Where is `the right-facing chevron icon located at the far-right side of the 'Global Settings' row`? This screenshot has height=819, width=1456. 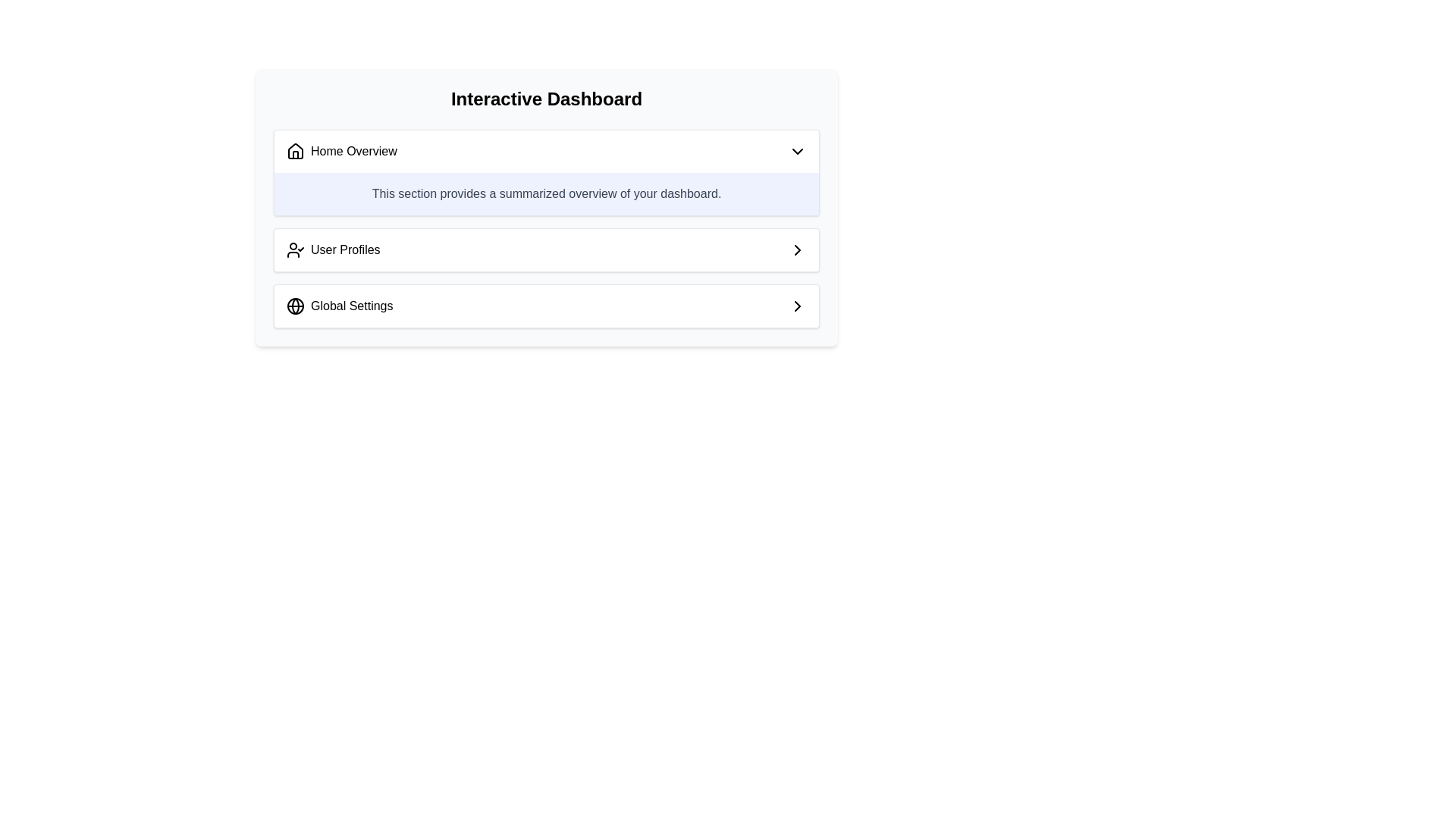
the right-facing chevron icon located at the far-right side of the 'Global Settings' row is located at coordinates (796, 306).